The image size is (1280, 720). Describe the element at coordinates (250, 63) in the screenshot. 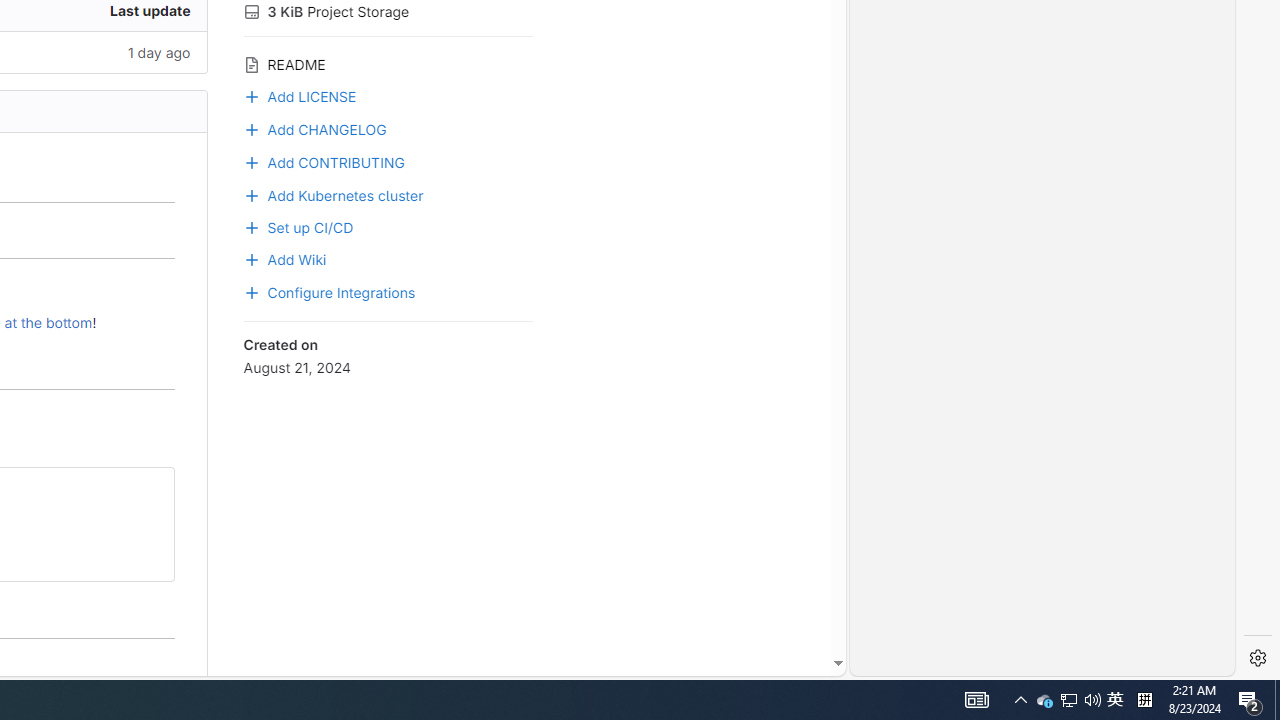

I see `'Class: s16 icon gl-mr-3 gl-text-gray-500'` at that location.